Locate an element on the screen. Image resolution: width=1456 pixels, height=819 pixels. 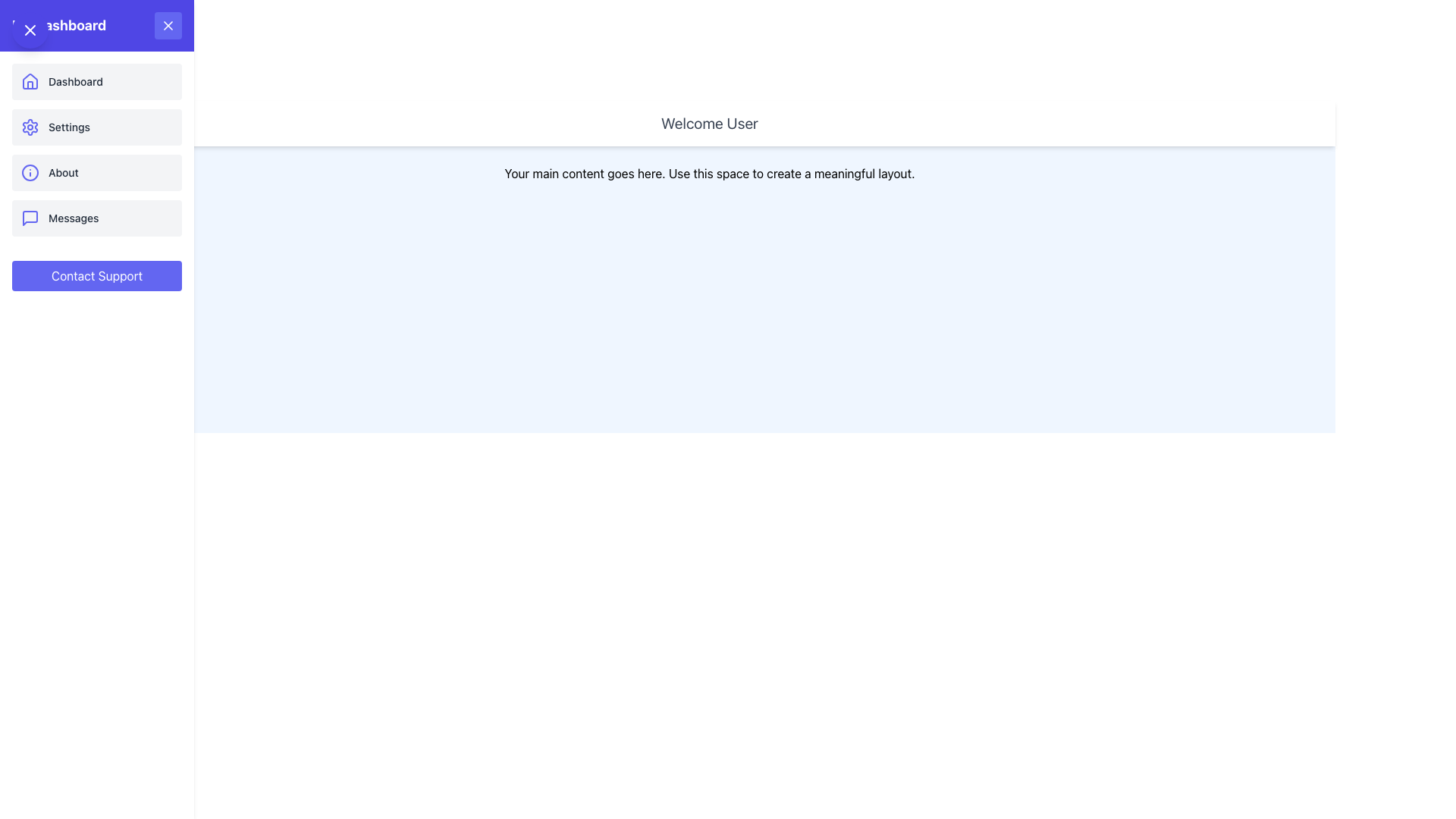
the static text element that reads 'Welcome User', styled in a large gray font, located at the top of the main content area is located at coordinates (709, 122).